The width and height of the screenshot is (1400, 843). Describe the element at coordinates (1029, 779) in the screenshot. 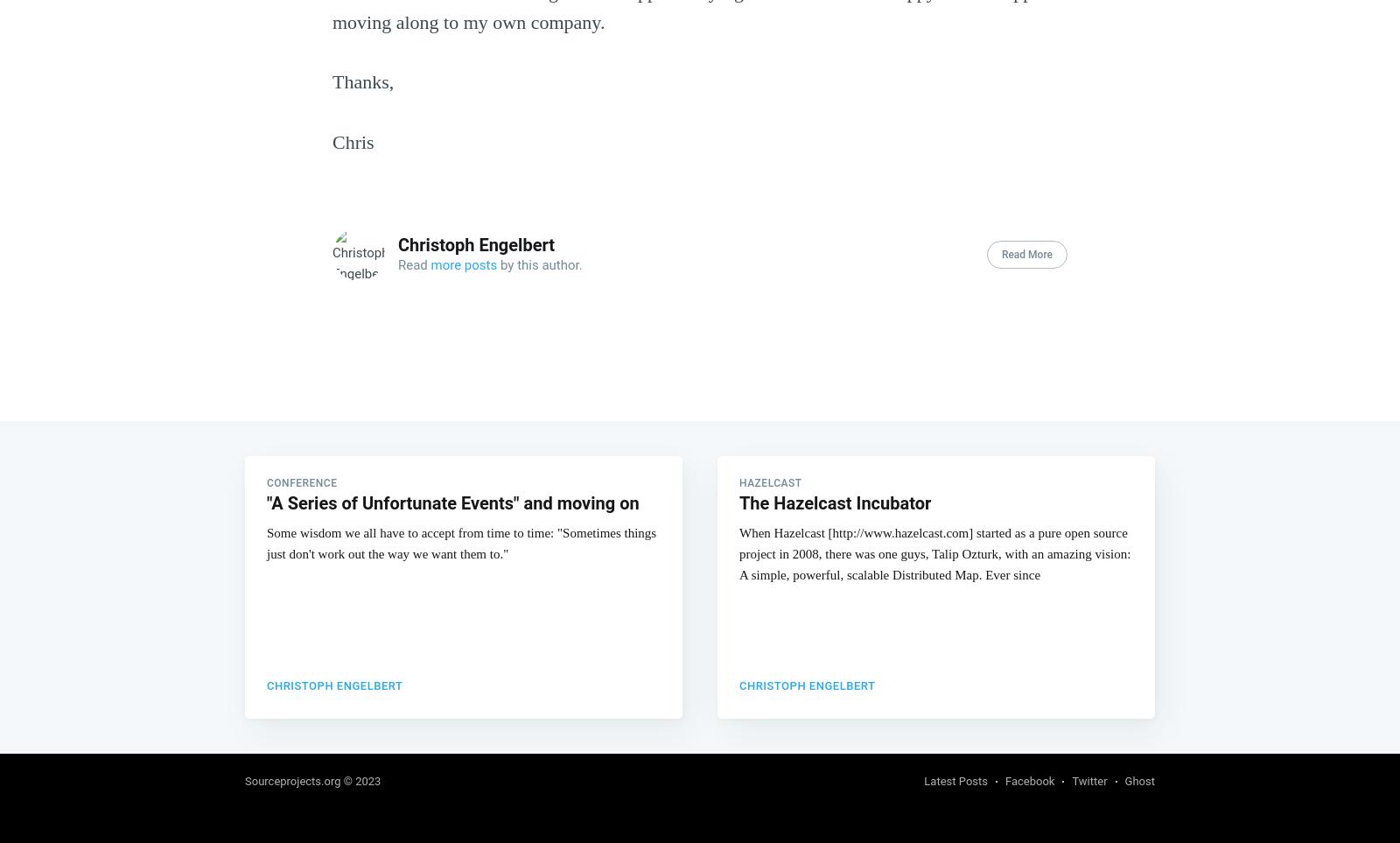

I see `'Facebook'` at that location.